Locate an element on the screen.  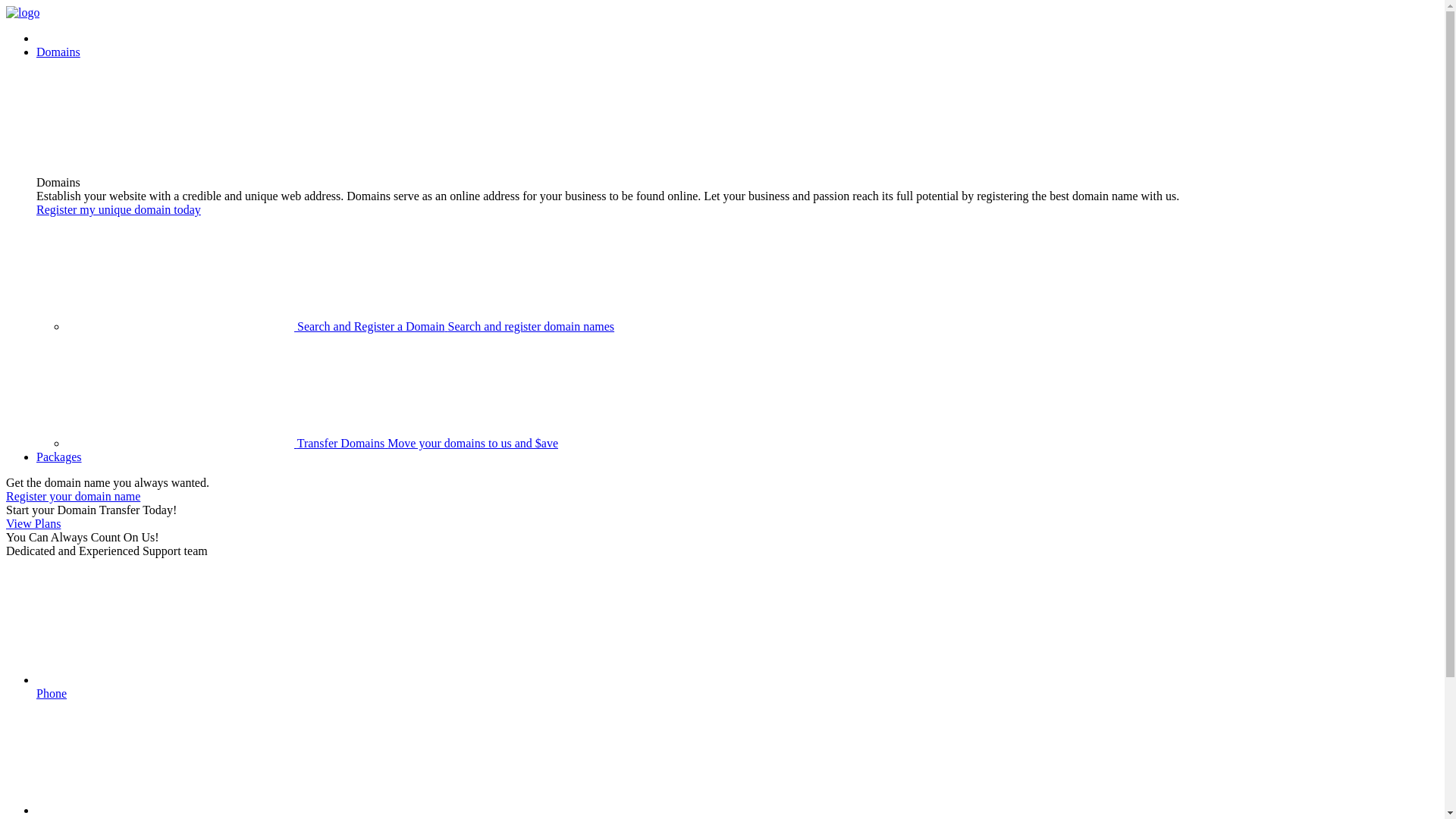
'Register your domain name' is located at coordinates (72, 496).